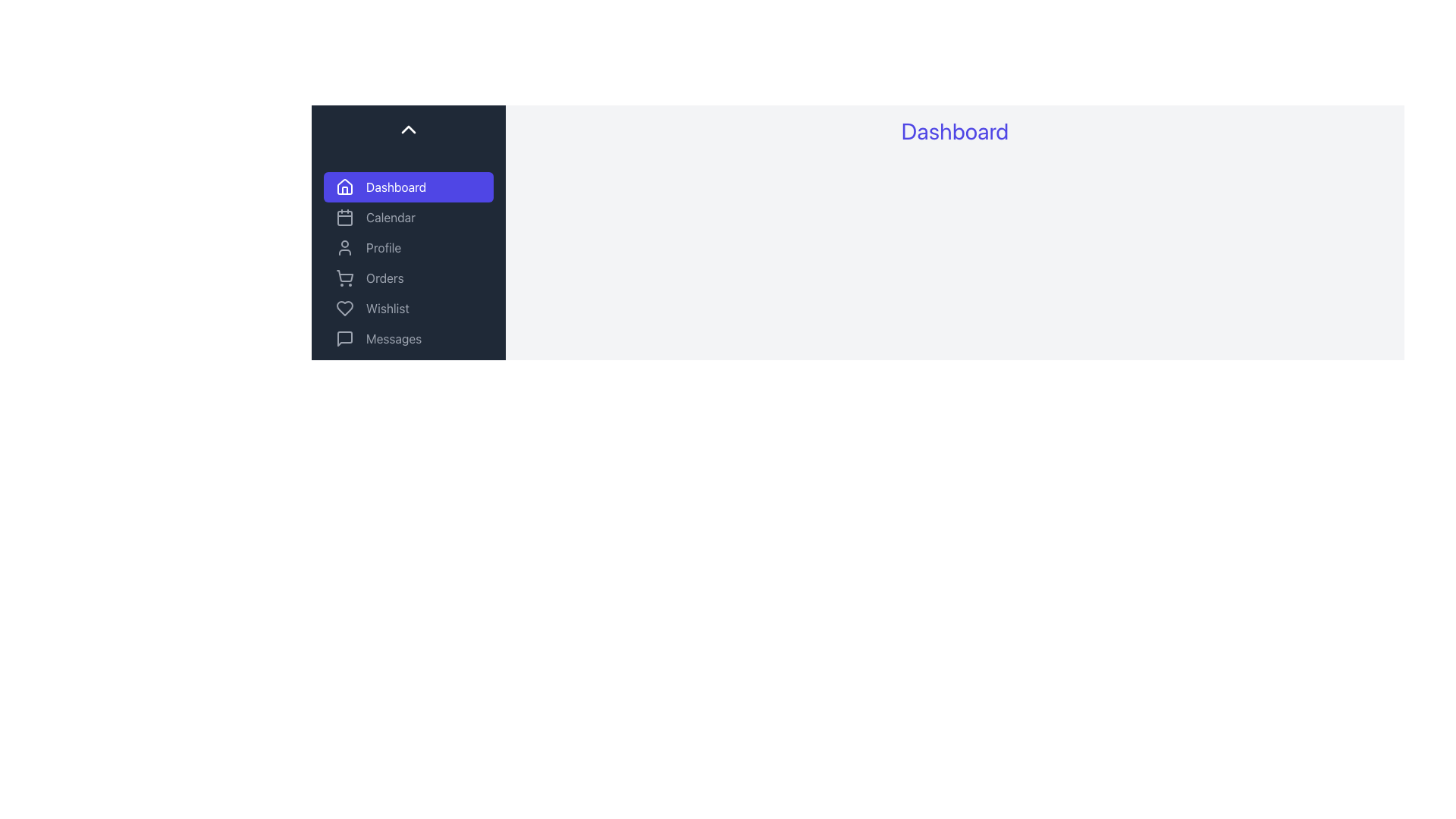 The width and height of the screenshot is (1456, 819). I want to click on the house-shaped icon located at the top of the 'Dashboard' menu in the side navigation menu, so click(344, 186).